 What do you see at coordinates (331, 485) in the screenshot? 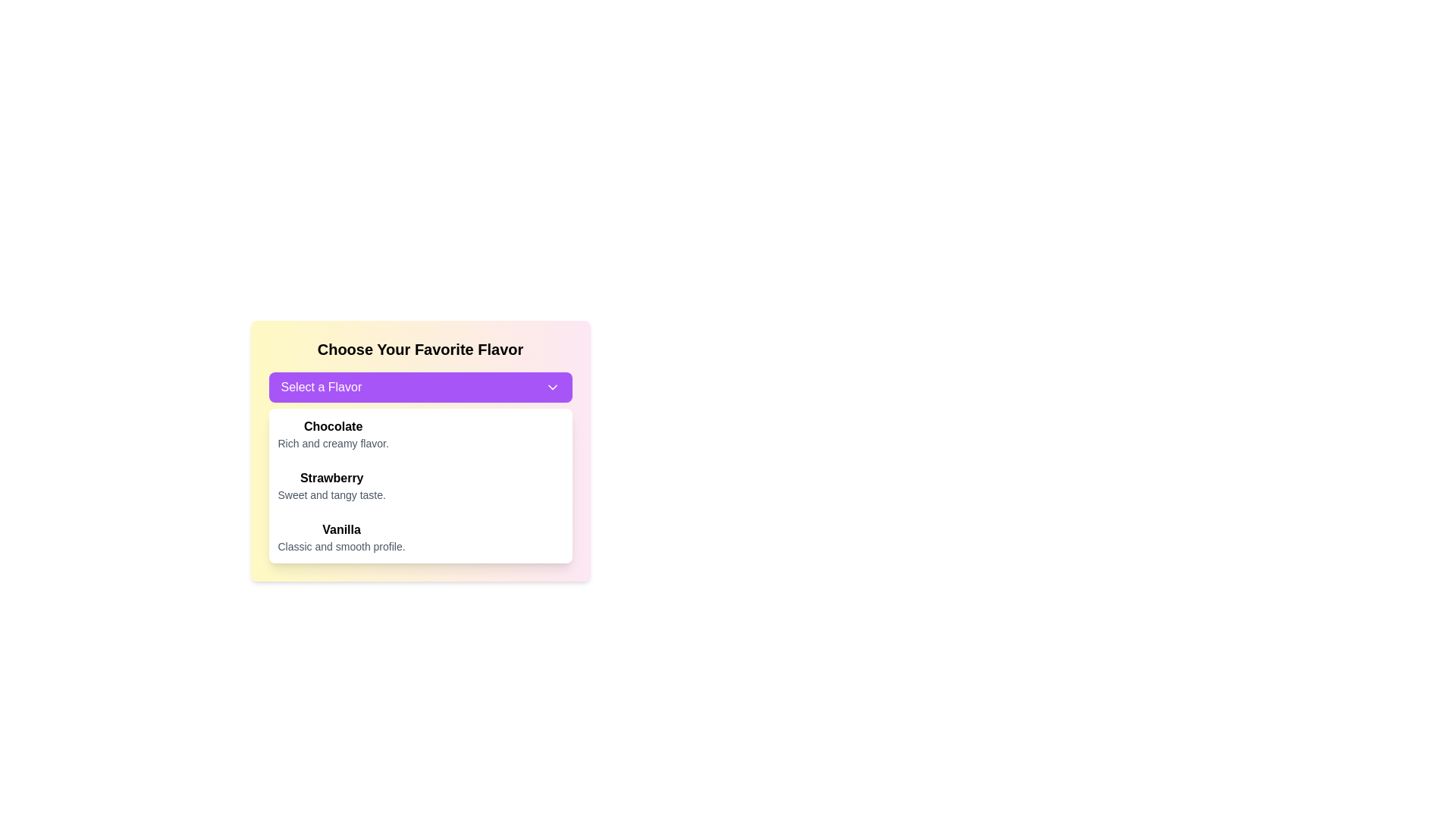
I see `descriptive text of the flavor selection labeled 'Strawberry', which includes the subtitle 'Sweet and tangy taste.'` at bounding box center [331, 485].